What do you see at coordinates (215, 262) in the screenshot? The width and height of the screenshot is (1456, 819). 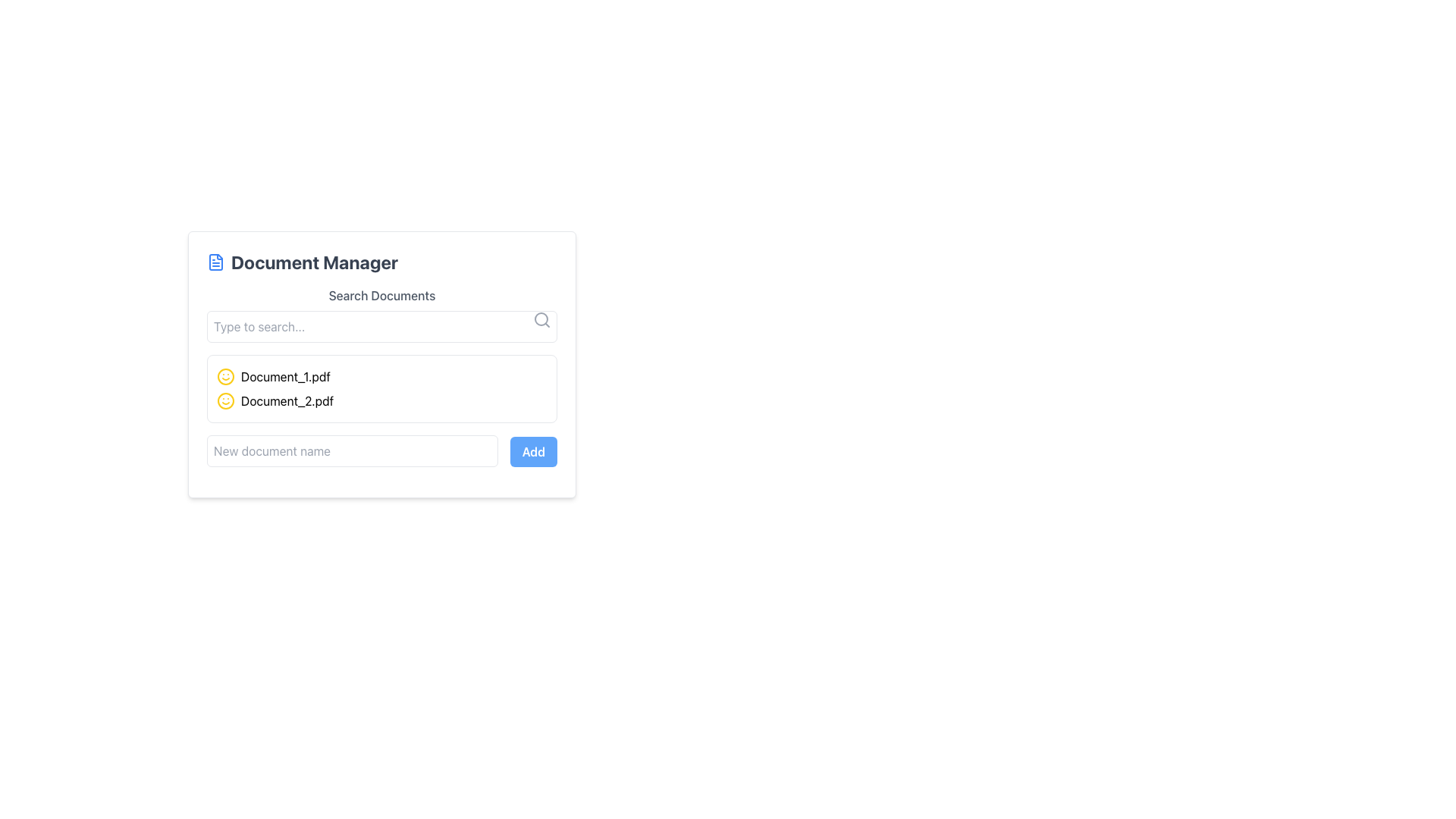 I see `the graphical icon resembling a file document, which is blue and located near the 'Document Manager' text` at bounding box center [215, 262].